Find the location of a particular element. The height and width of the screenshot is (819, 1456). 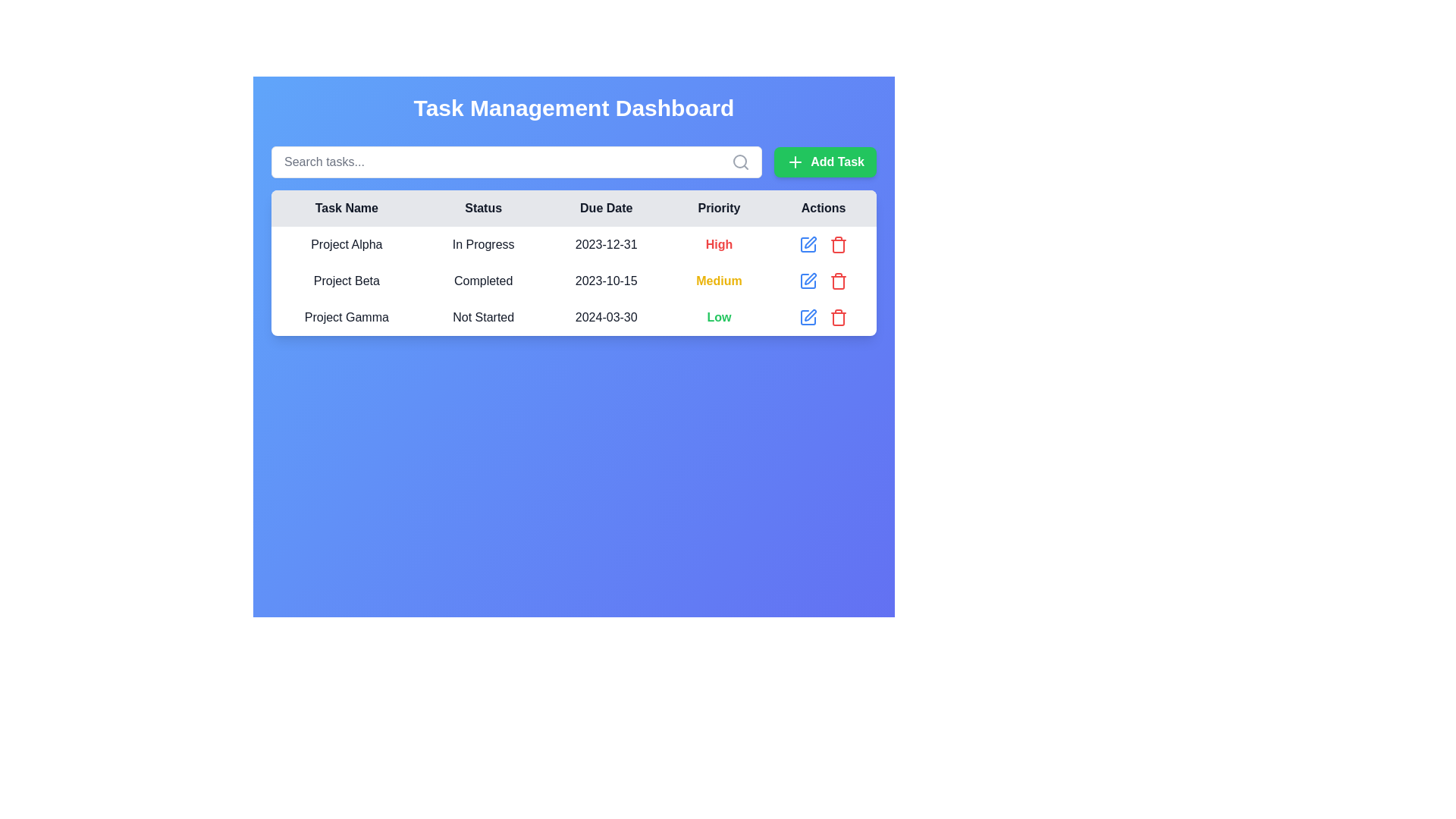

the edit icon in the Actions column of the second row for the item 'Project Beta' is located at coordinates (807, 281).